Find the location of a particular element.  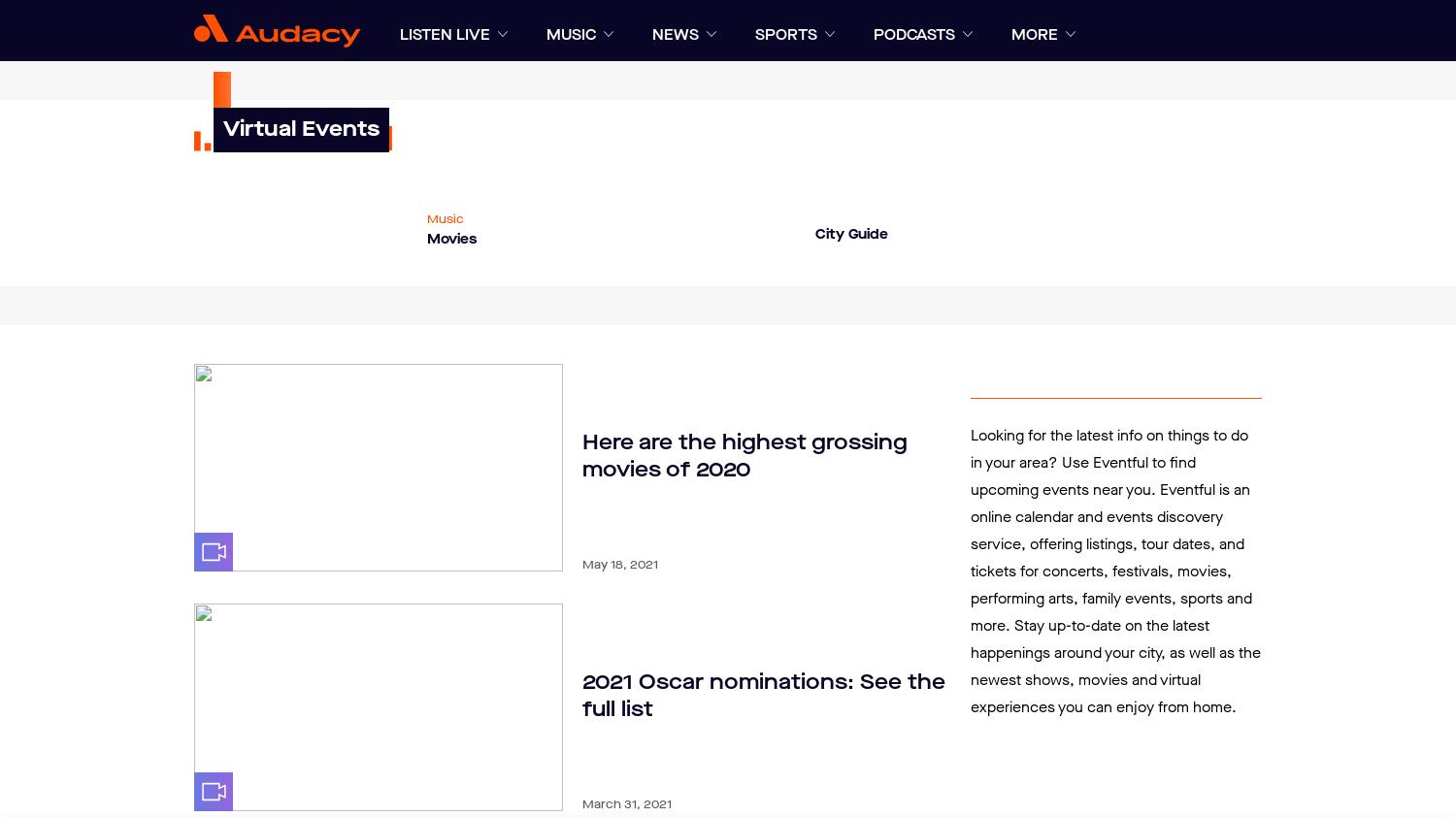

'City Guide' is located at coordinates (851, 234).